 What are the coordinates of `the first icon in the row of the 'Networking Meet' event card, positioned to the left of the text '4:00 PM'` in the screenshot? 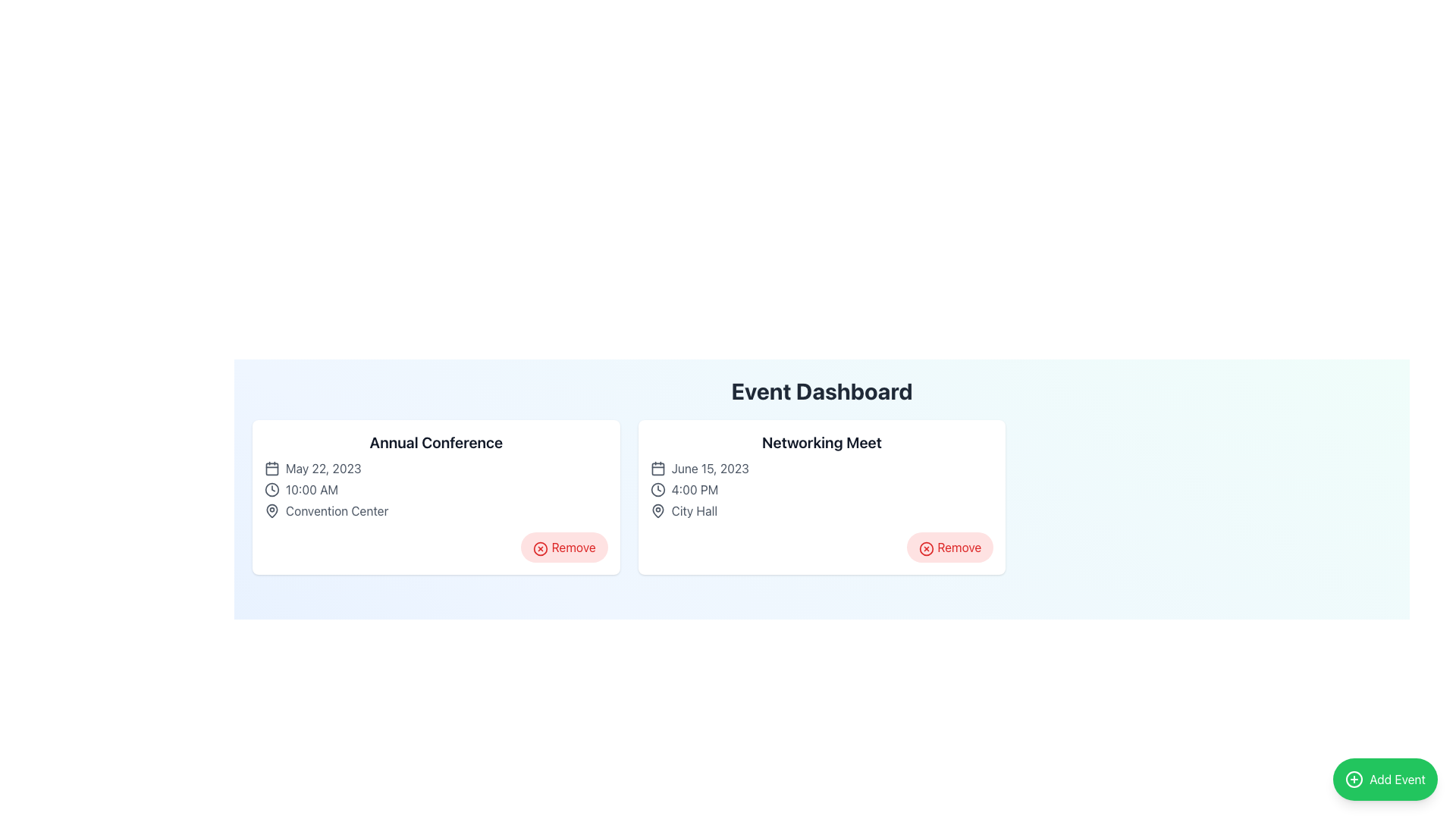 It's located at (657, 489).